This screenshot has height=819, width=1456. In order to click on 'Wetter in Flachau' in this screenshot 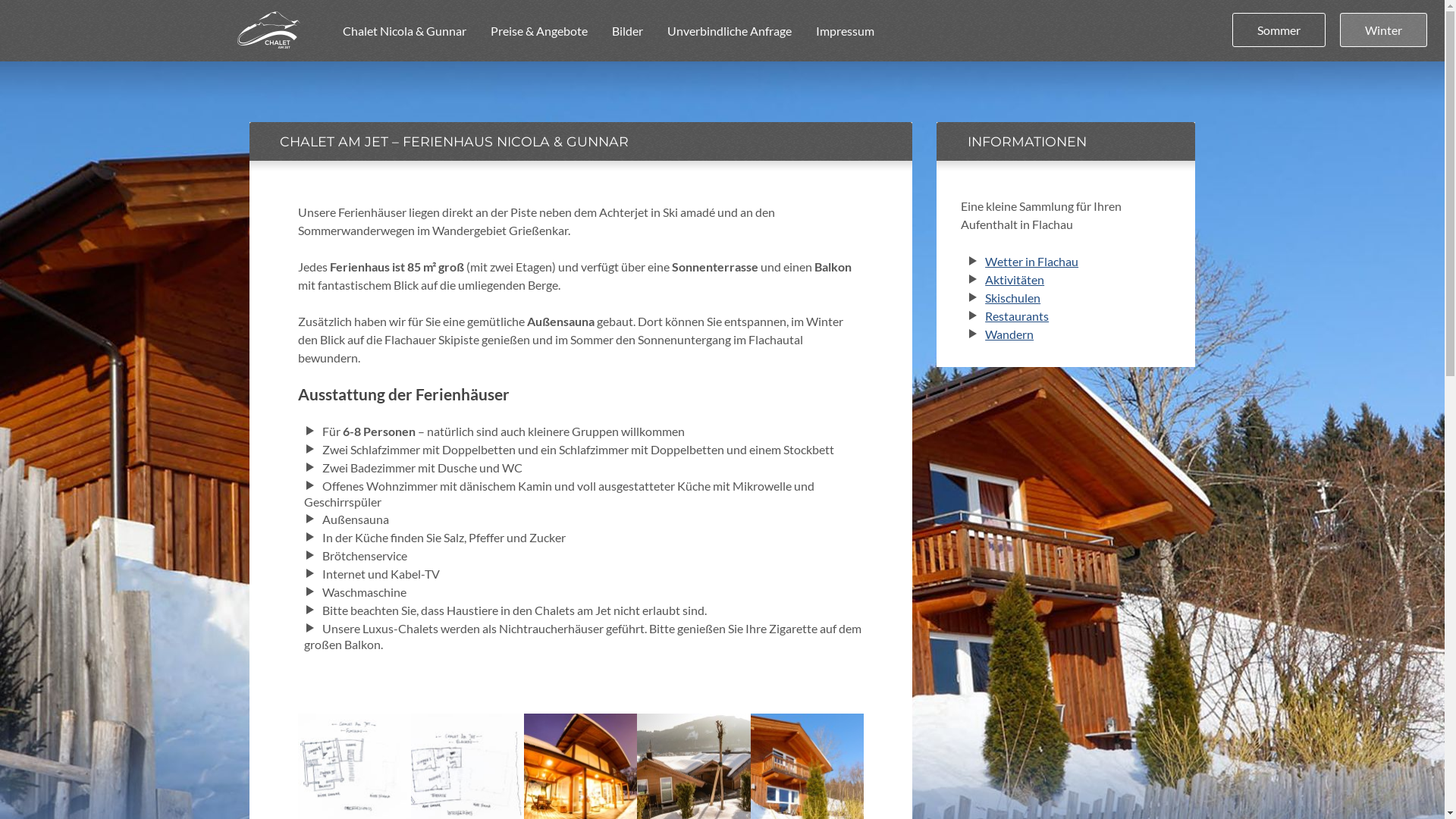, I will do `click(985, 260)`.